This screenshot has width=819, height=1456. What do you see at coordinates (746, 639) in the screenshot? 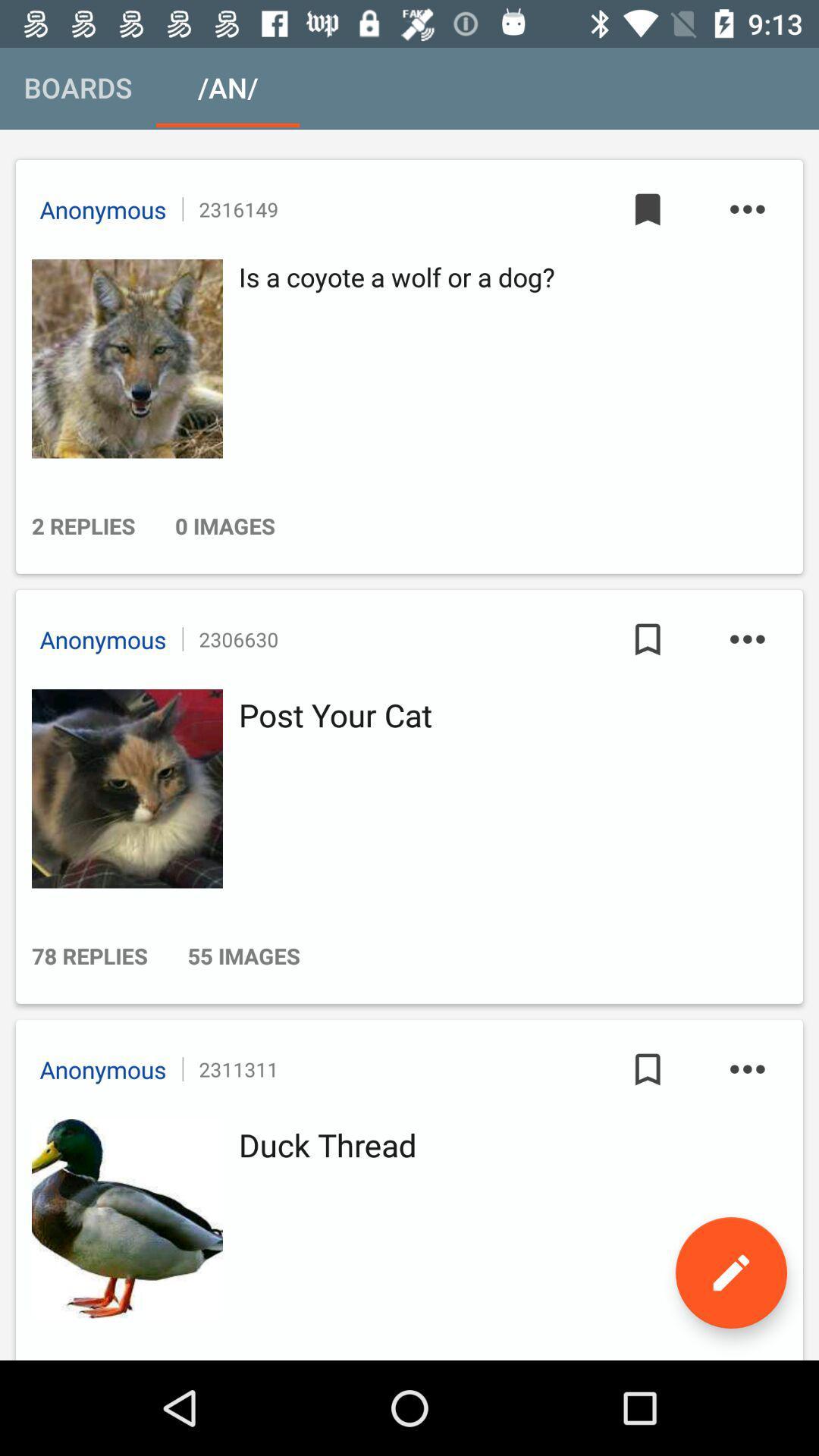
I see `the item above post your cat` at bounding box center [746, 639].